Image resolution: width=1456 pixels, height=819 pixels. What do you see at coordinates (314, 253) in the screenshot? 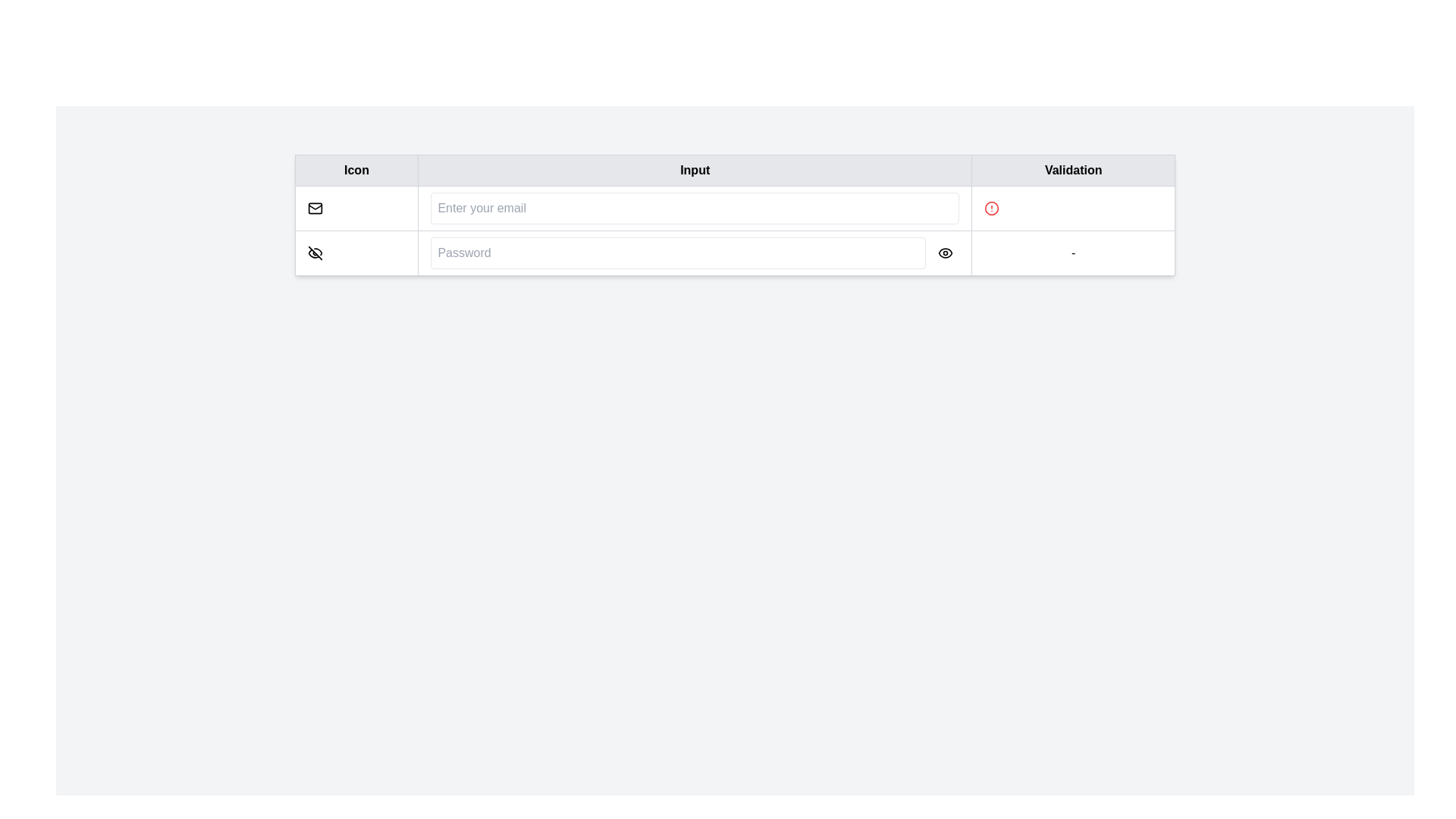
I see `the Password visibility toggle icon located in the second row, first column of the layout` at bounding box center [314, 253].